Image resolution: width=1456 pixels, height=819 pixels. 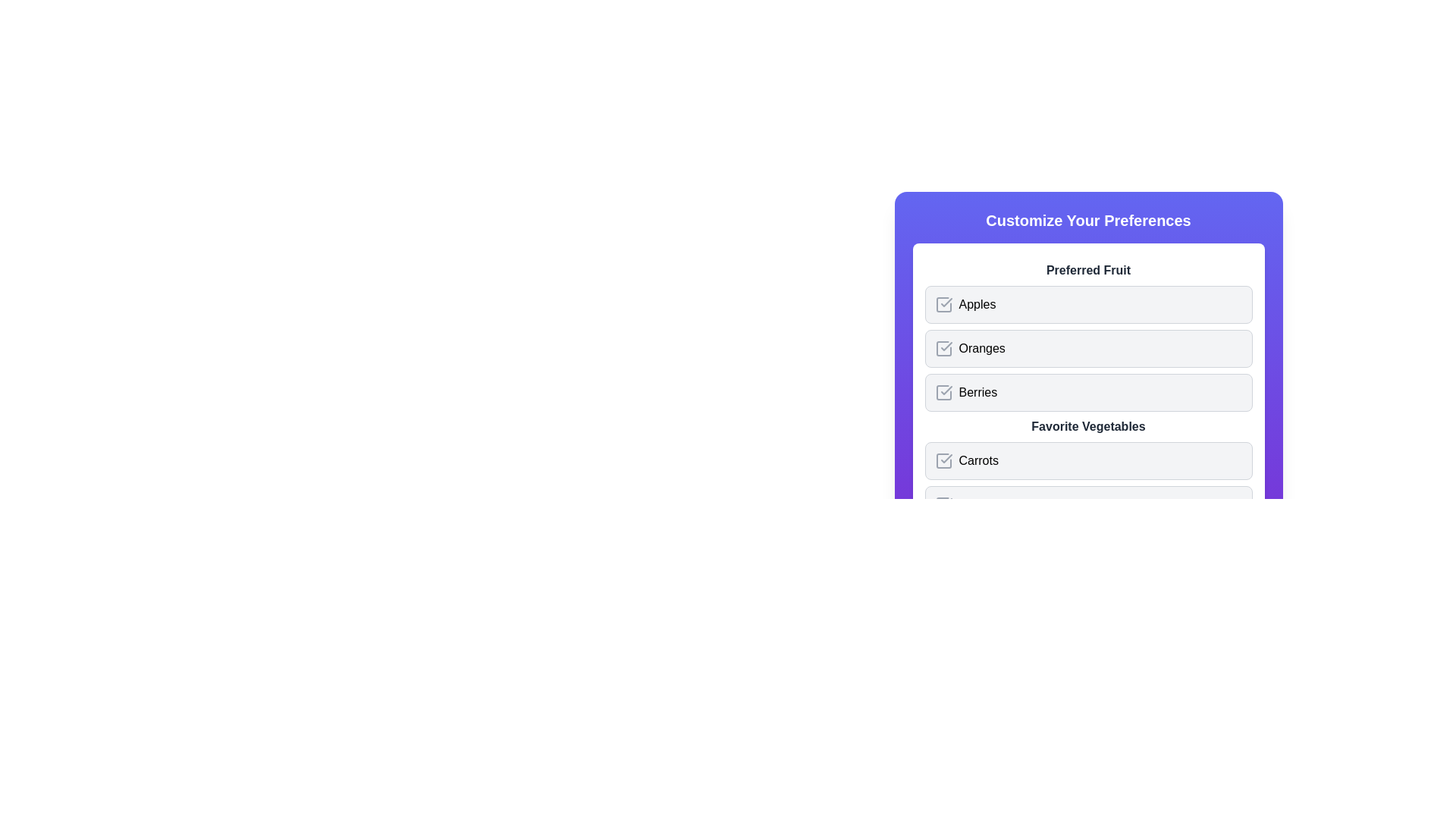 What do you see at coordinates (1087, 335) in the screenshot?
I see `the 'Oranges' checkbox list item in the 'Preferred Fruit' section of the 'Customize Your Preferences' card, which is the second item in the list` at bounding box center [1087, 335].